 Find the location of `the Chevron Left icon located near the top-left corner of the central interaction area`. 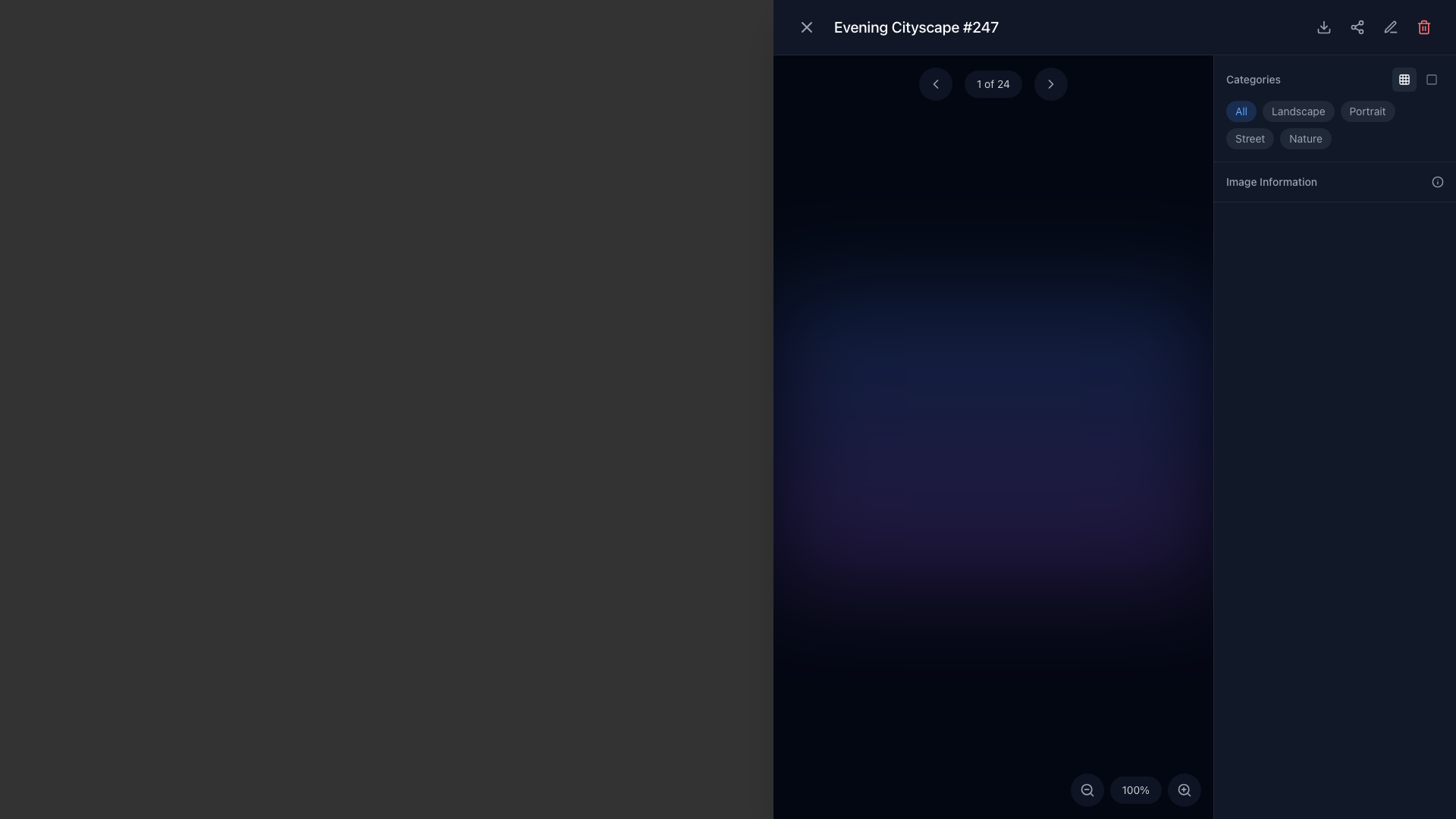

the Chevron Left icon located near the top-left corner of the central interaction area is located at coordinates (934, 84).